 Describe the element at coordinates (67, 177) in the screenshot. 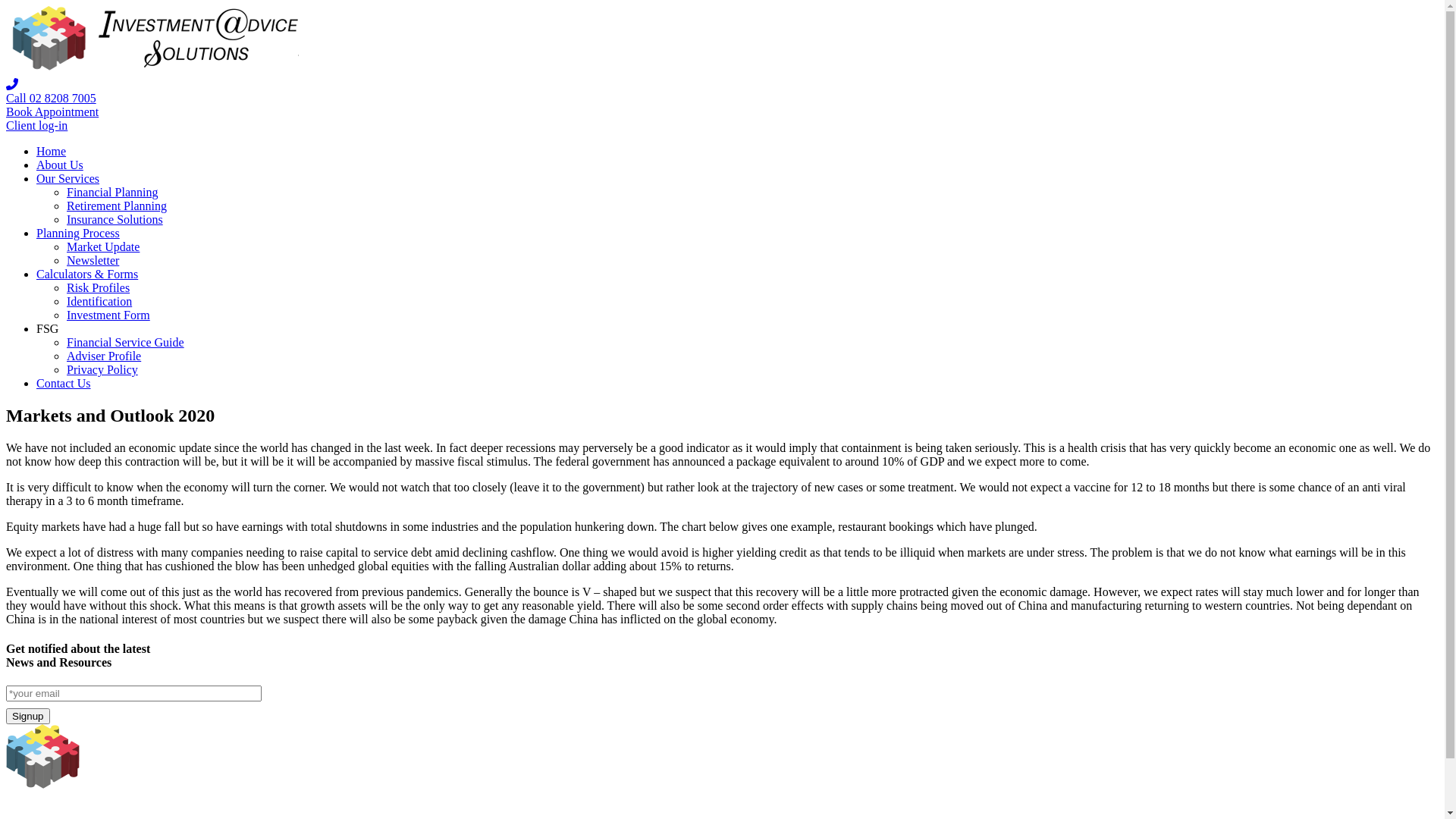

I see `'Our Services'` at that location.